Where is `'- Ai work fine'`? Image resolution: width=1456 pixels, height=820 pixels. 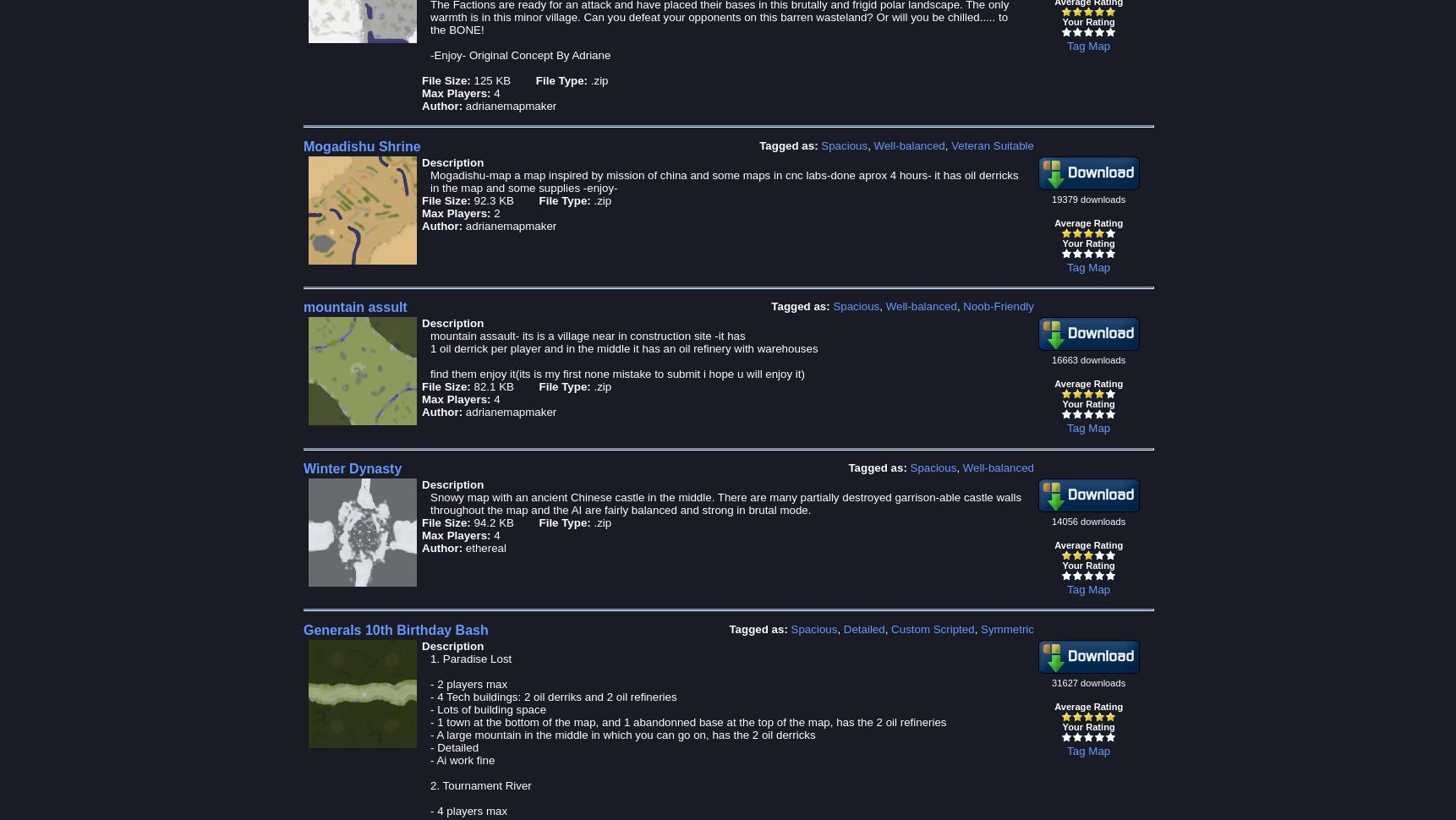
'- Ai work fine' is located at coordinates (463, 759).